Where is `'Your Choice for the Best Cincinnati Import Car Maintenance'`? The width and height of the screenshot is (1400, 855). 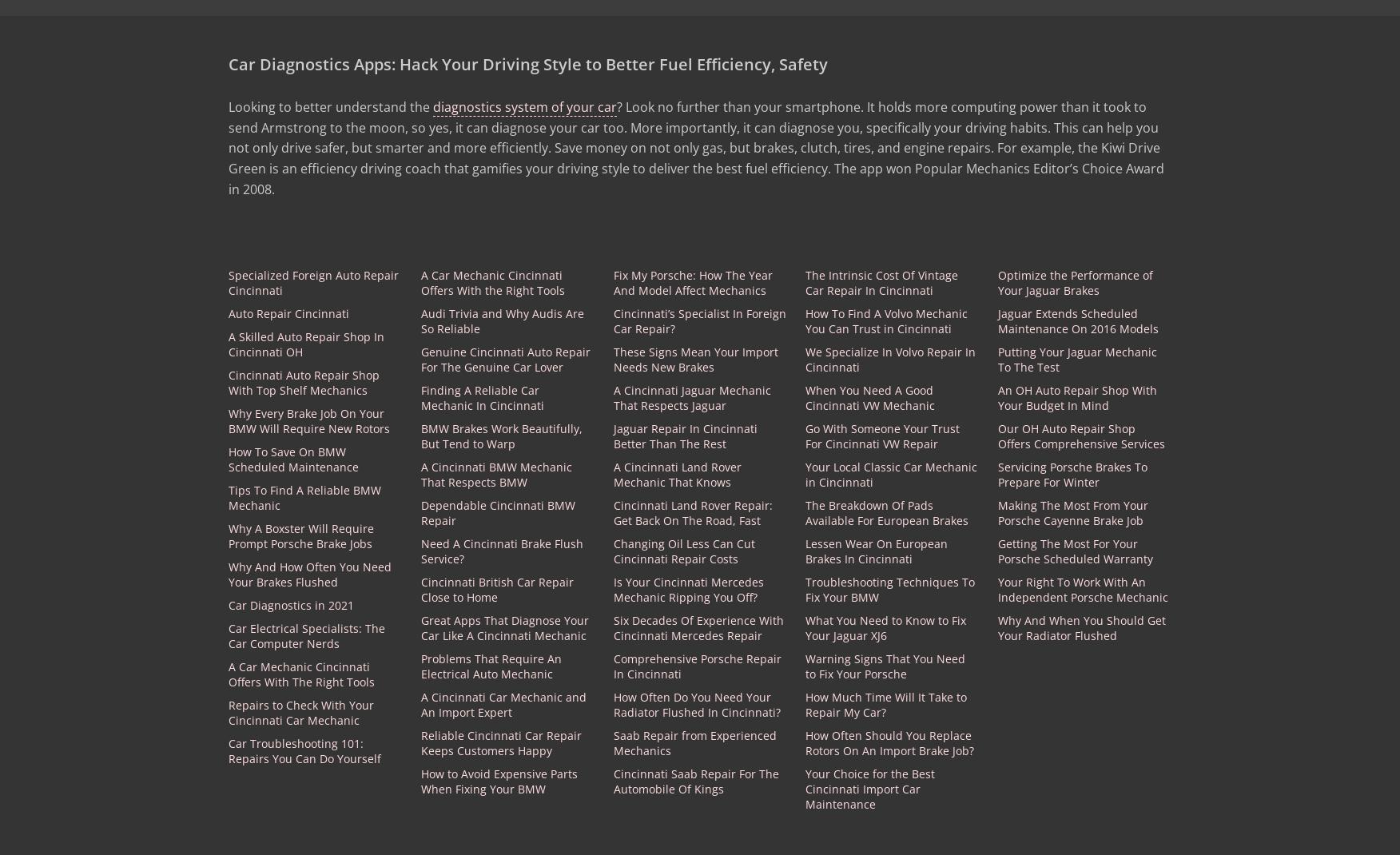 'Your Choice for the Best Cincinnati Import Car Maintenance' is located at coordinates (870, 789).